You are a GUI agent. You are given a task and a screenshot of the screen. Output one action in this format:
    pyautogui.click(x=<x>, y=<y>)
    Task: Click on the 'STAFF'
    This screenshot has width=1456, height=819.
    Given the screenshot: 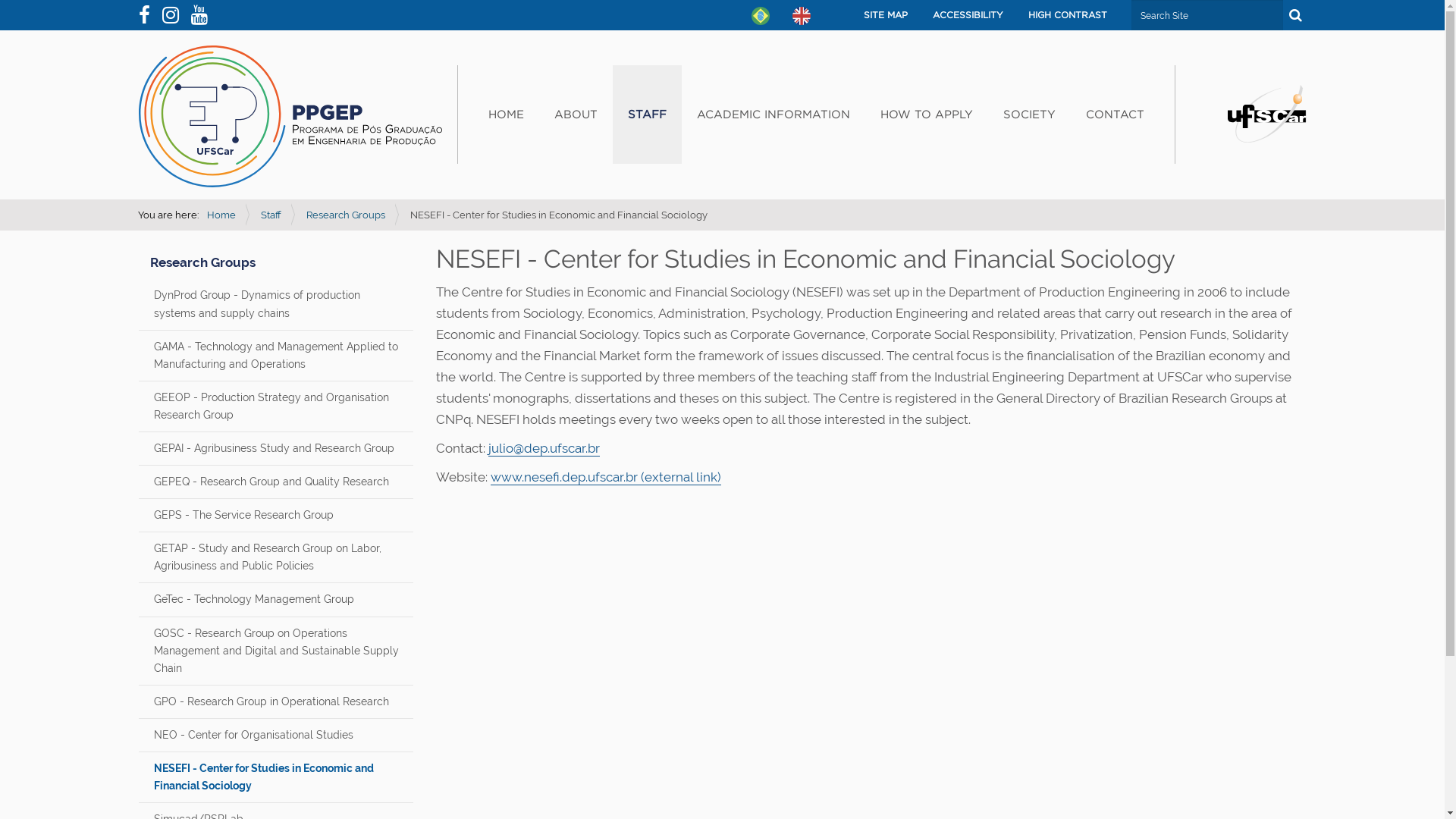 What is the action you would take?
    pyautogui.click(x=647, y=113)
    